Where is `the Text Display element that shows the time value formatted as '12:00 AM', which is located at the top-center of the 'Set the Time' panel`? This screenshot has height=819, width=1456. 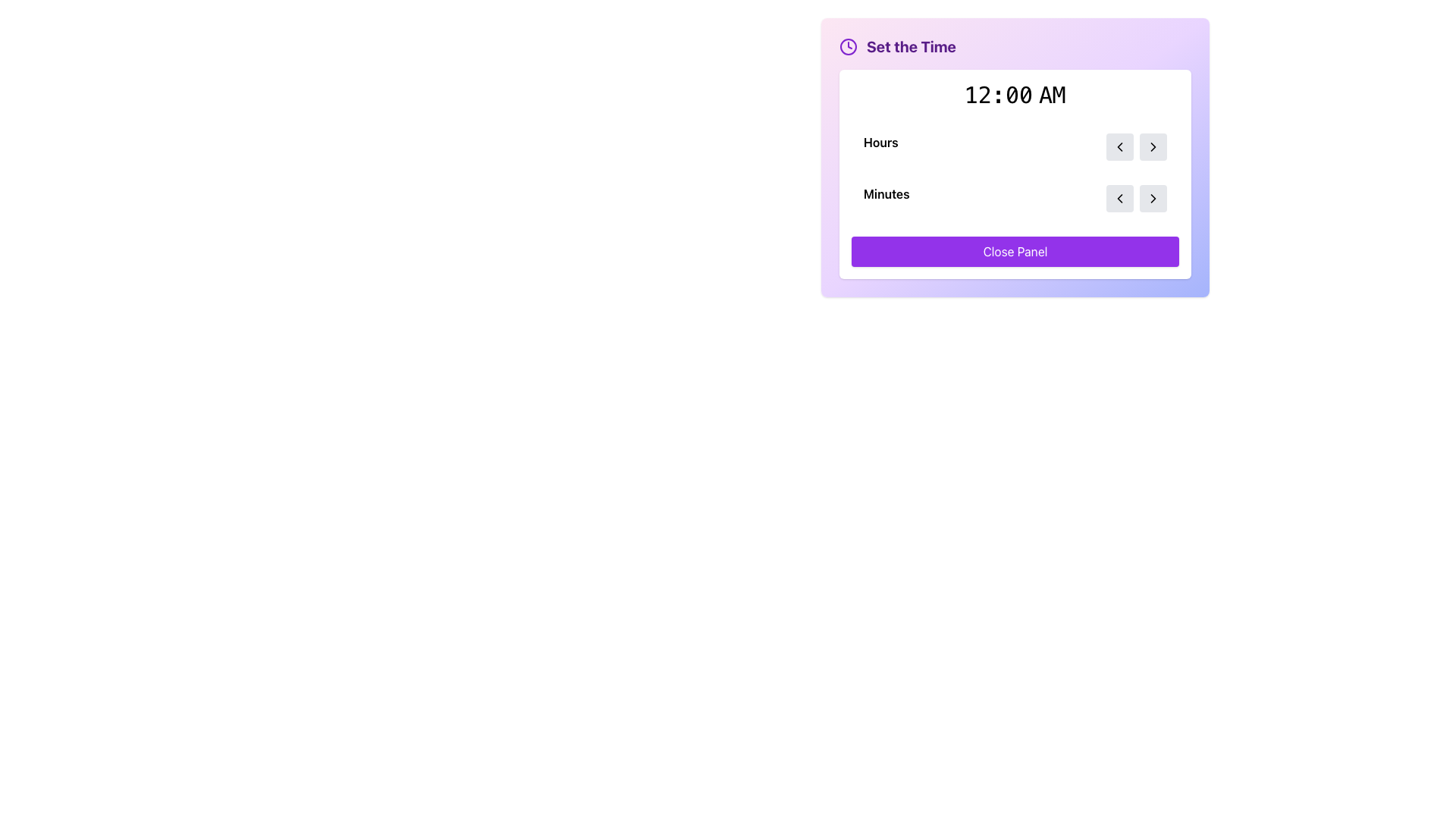 the Text Display element that shows the time value formatted as '12:00 AM', which is located at the top-center of the 'Set the Time' panel is located at coordinates (1015, 96).